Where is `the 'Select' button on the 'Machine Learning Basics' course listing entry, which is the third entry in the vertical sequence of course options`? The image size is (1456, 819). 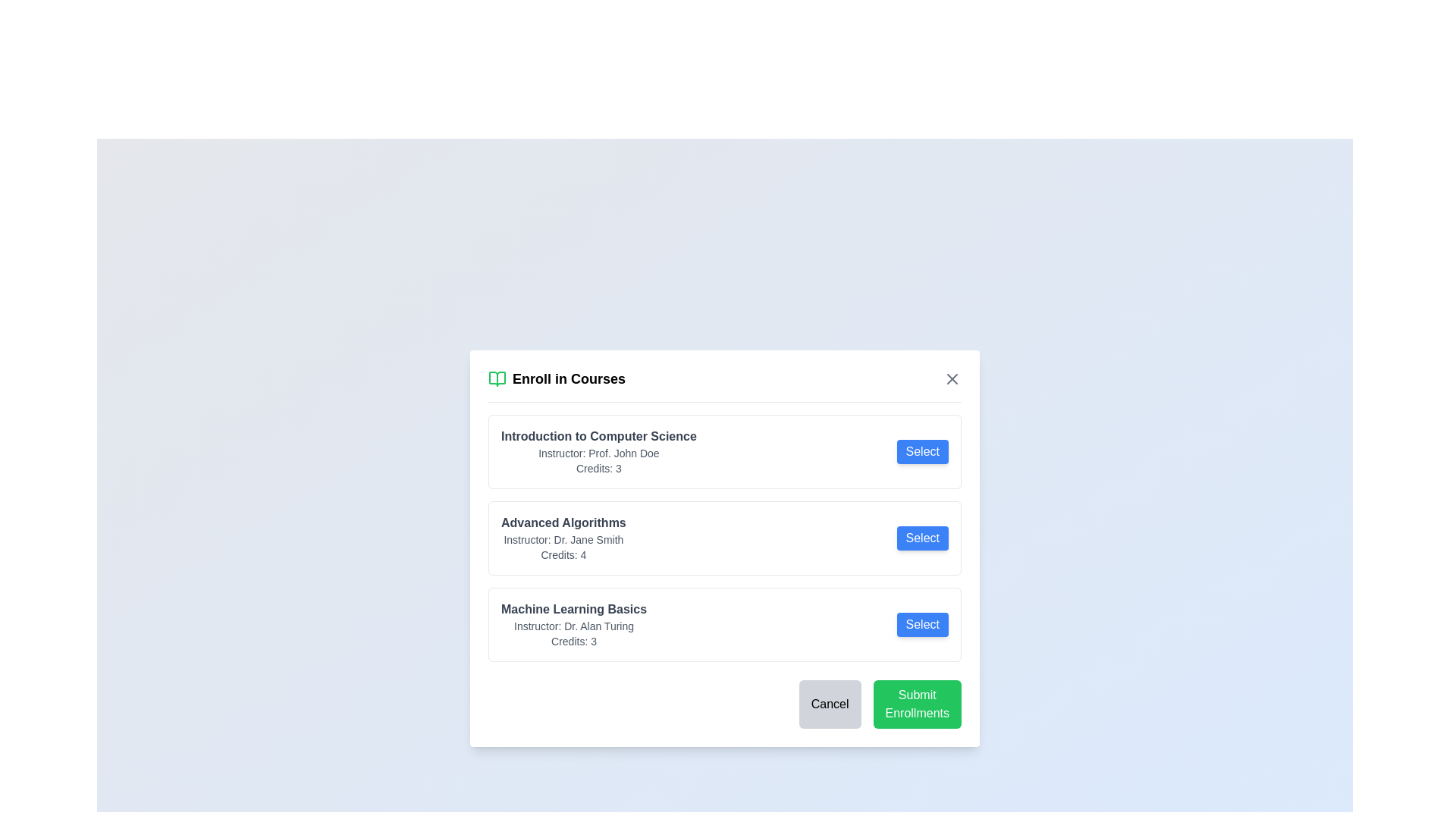 the 'Select' button on the 'Machine Learning Basics' course listing entry, which is the third entry in the vertical sequence of course options is located at coordinates (723, 624).